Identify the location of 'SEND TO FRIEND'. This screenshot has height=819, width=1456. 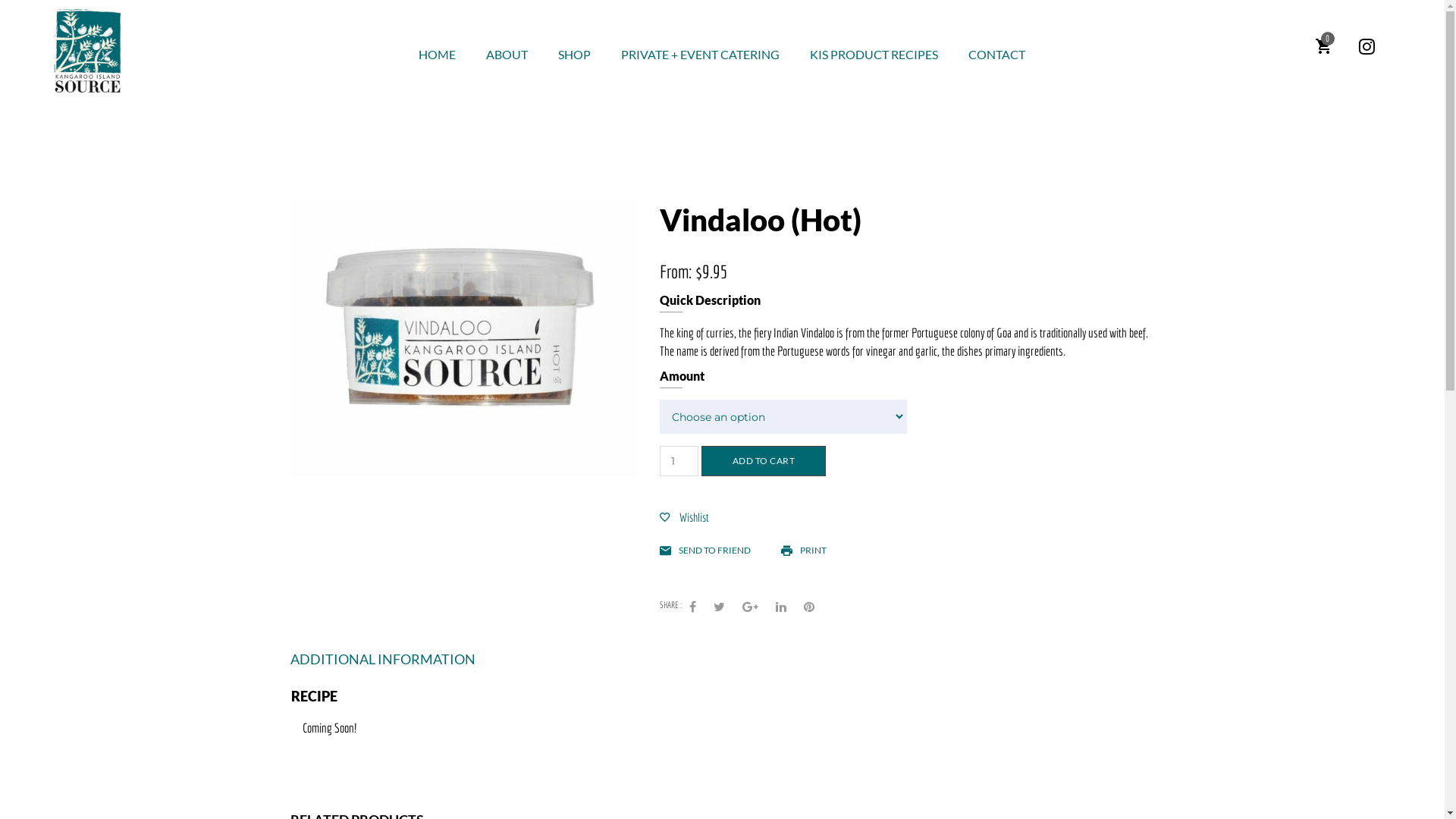
(704, 550).